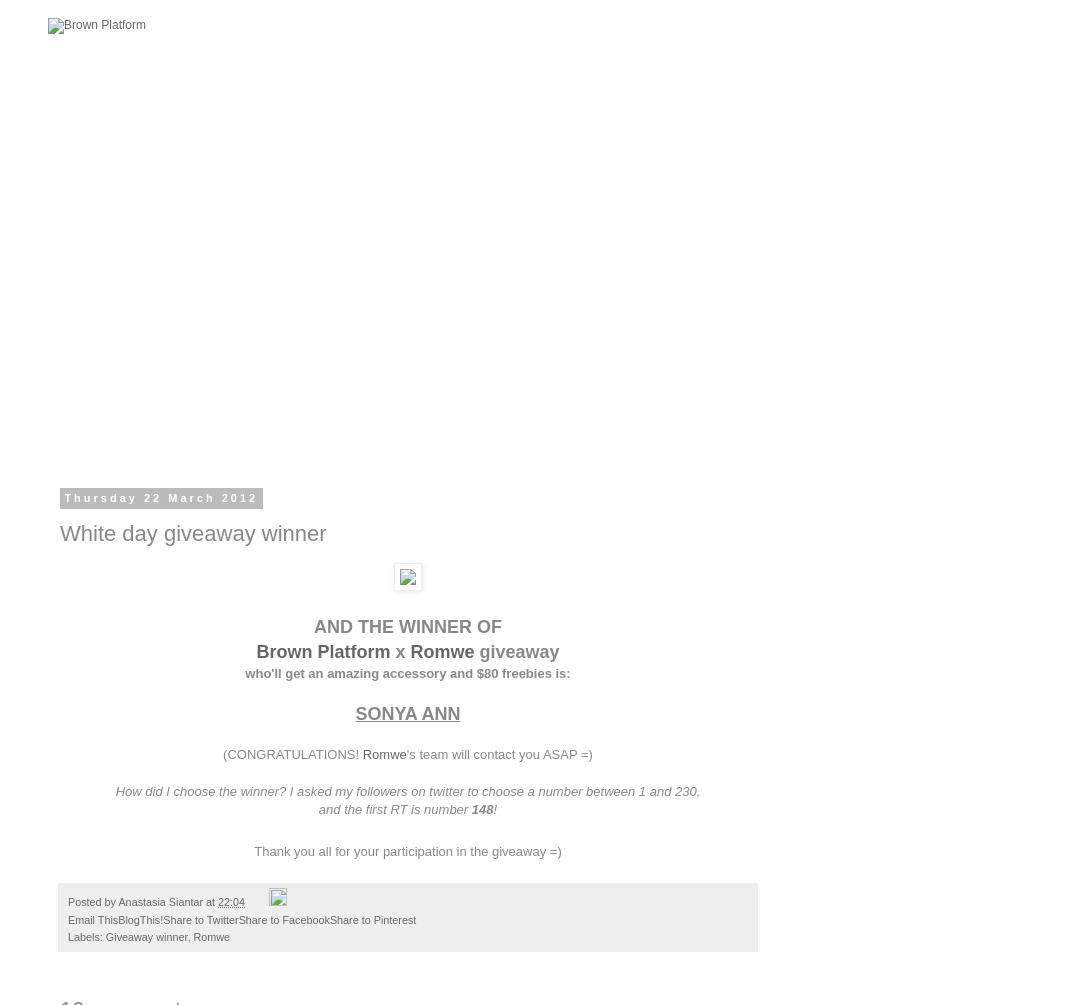 The width and height of the screenshot is (1078, 1005). Describe the element at coordinates (389, 650) in the screenshot. I see `'x'` at that location.